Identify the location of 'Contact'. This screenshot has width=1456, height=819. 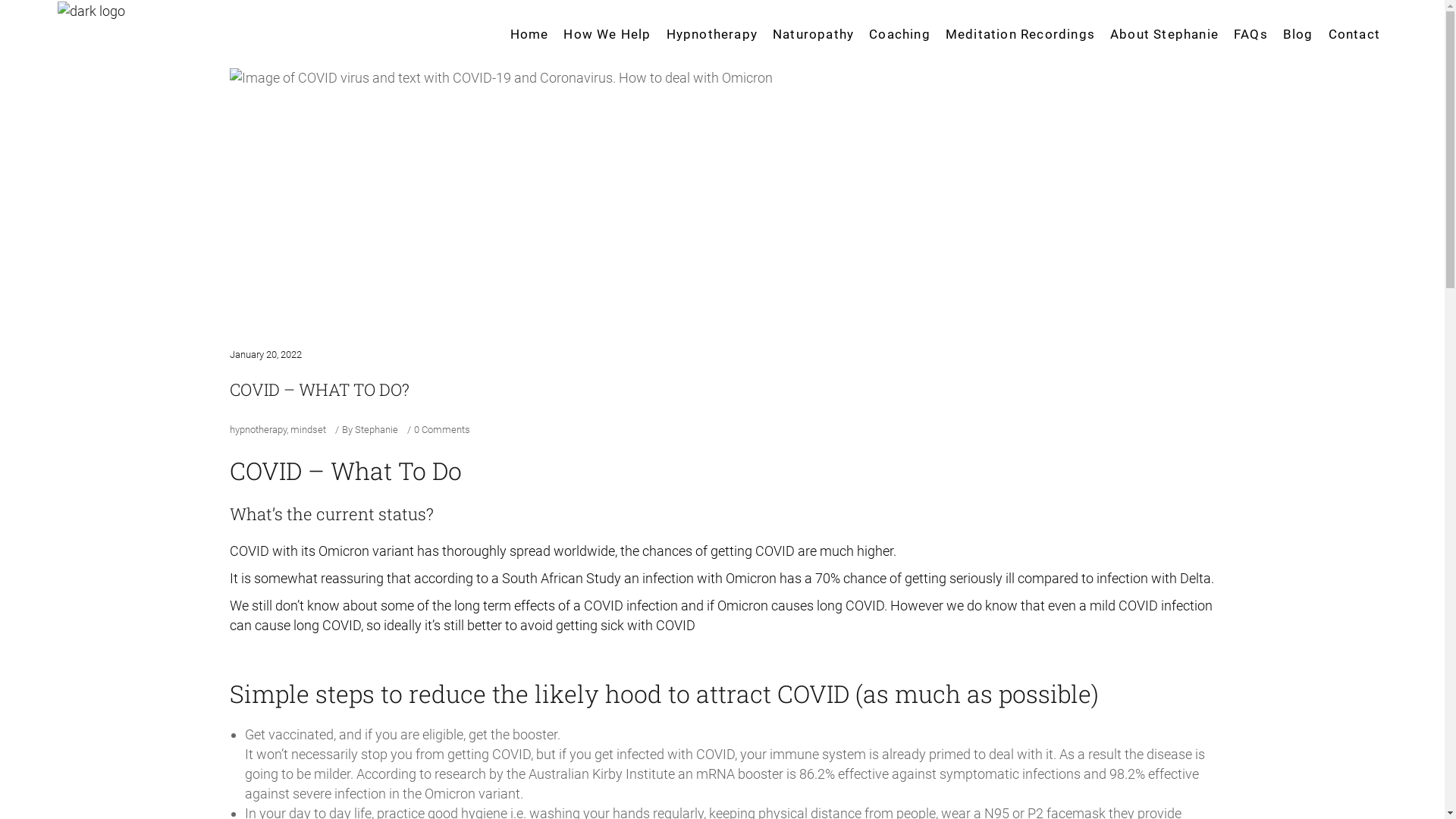
(1320, 34).